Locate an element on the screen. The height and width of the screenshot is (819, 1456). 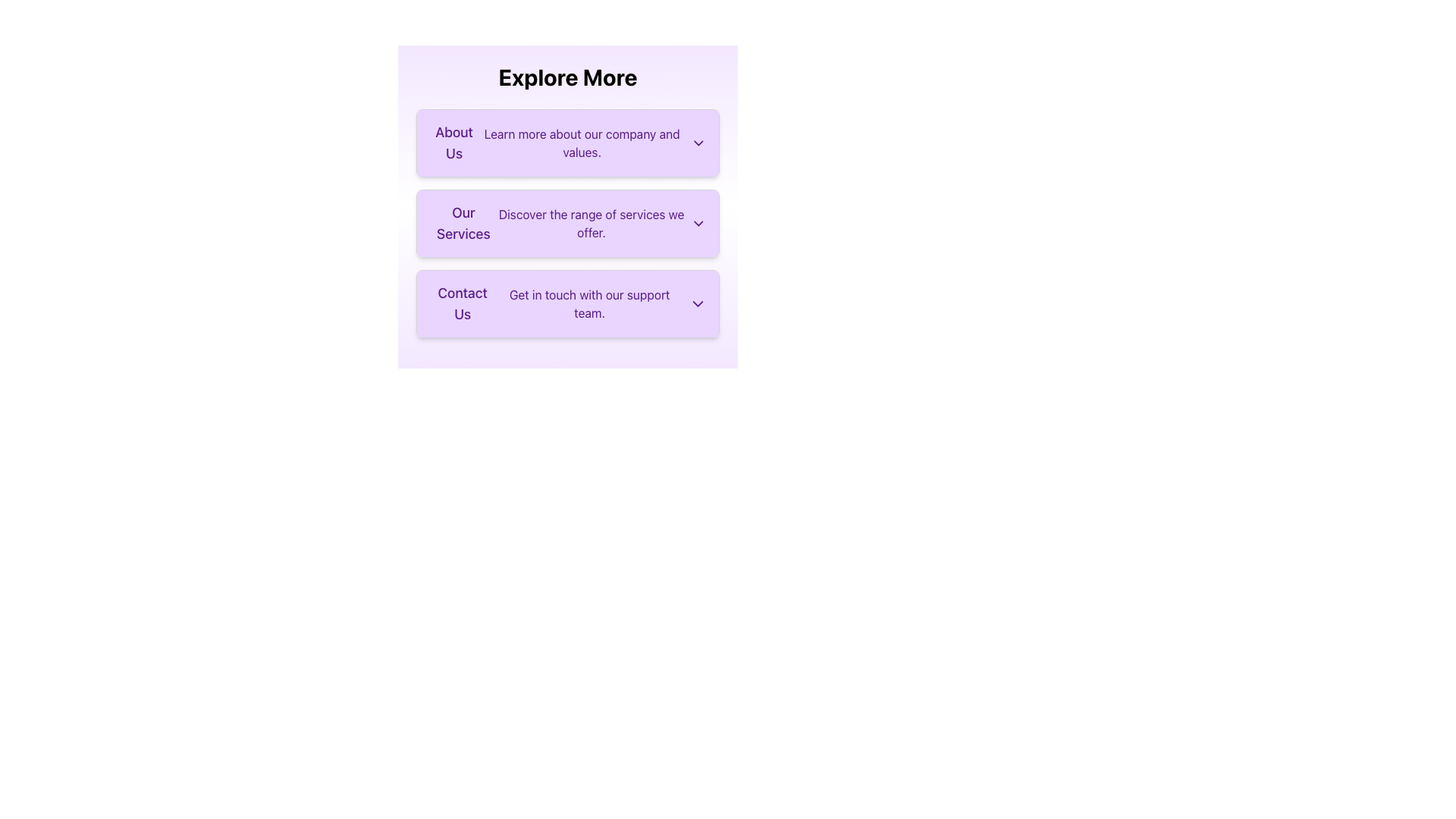
the second card in the vertical stack under the 'Explore More' header is located at coordinates (566, 223).